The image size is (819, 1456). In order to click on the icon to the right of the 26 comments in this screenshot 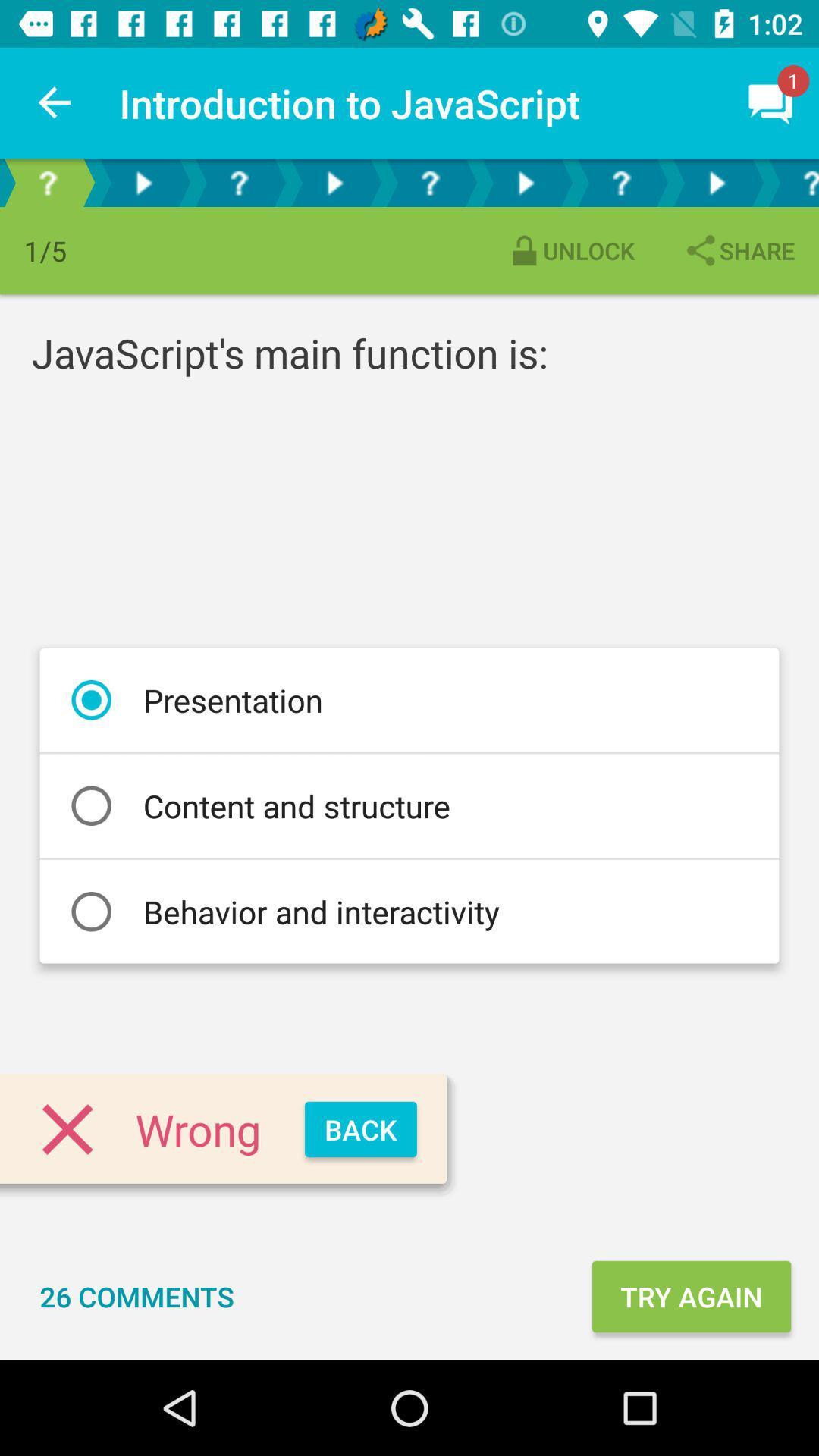, I will do `click(691, 1295)`.